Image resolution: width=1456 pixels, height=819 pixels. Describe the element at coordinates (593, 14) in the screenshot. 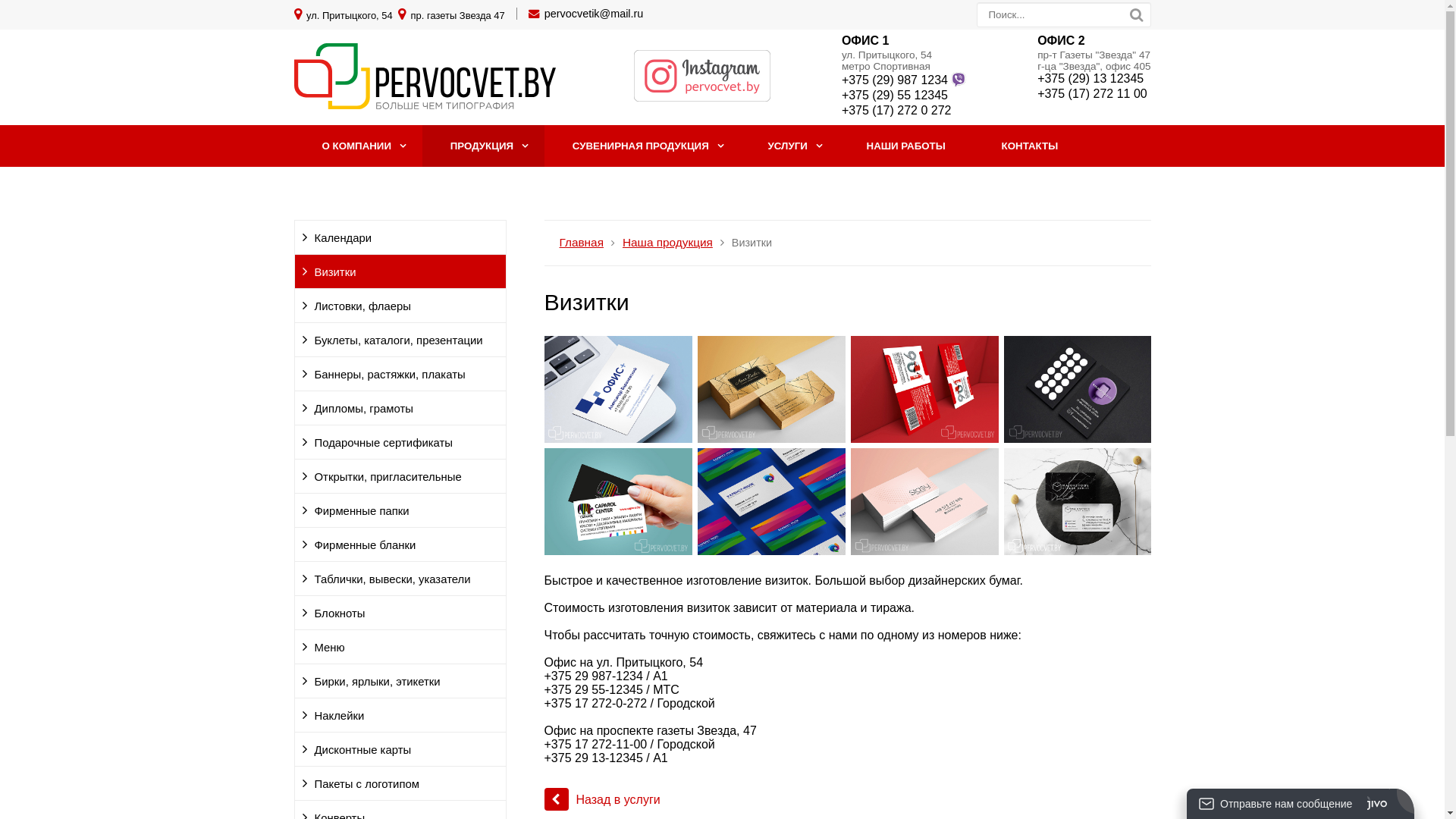

I see `'pervocvetik@mail.ru'` at that location.